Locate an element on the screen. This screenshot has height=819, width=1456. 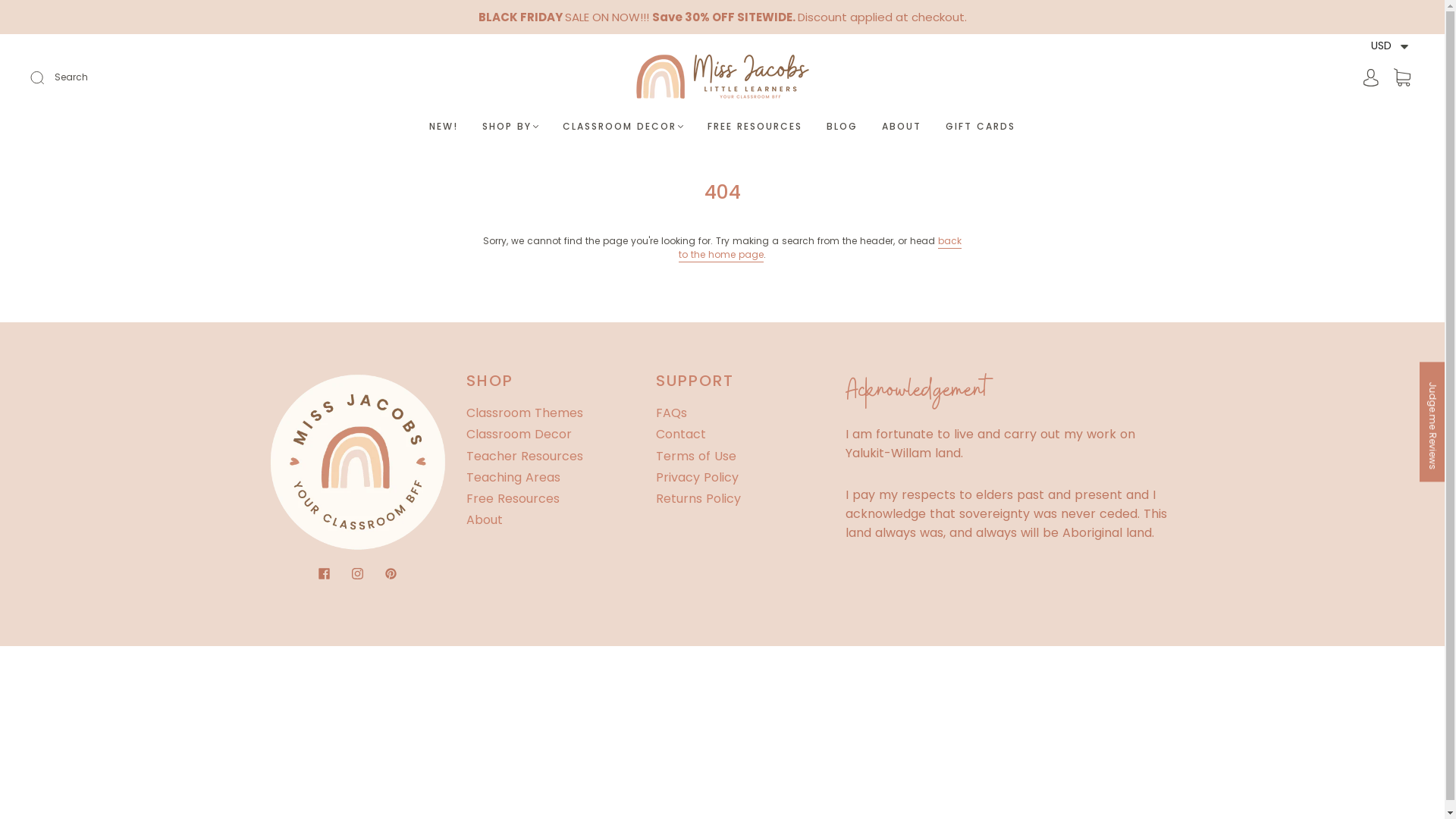
'BLOG' is located at coordinates (841, 125).